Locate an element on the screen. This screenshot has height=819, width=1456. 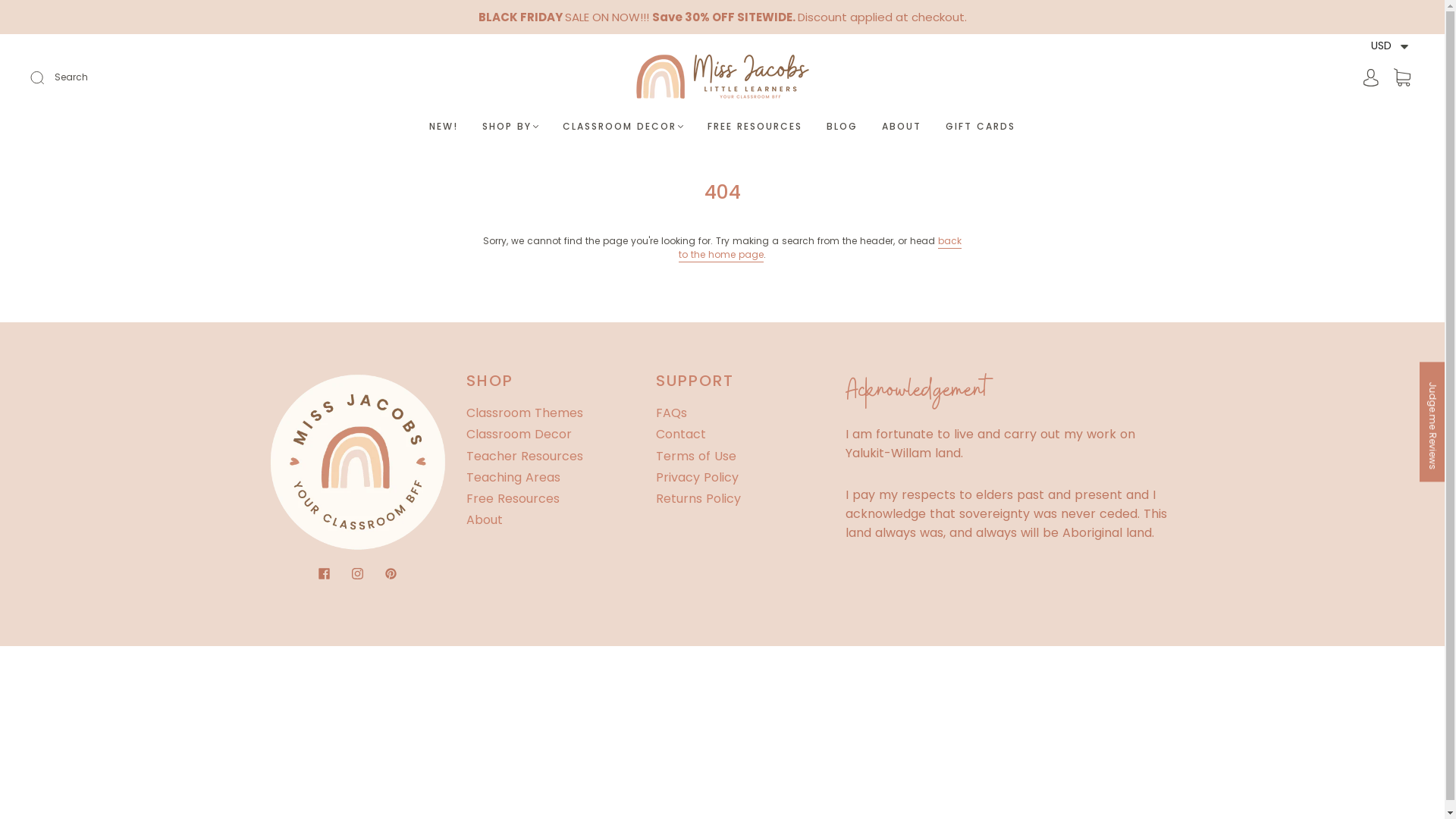
'BLOG' is located at coordinates (841, 125).